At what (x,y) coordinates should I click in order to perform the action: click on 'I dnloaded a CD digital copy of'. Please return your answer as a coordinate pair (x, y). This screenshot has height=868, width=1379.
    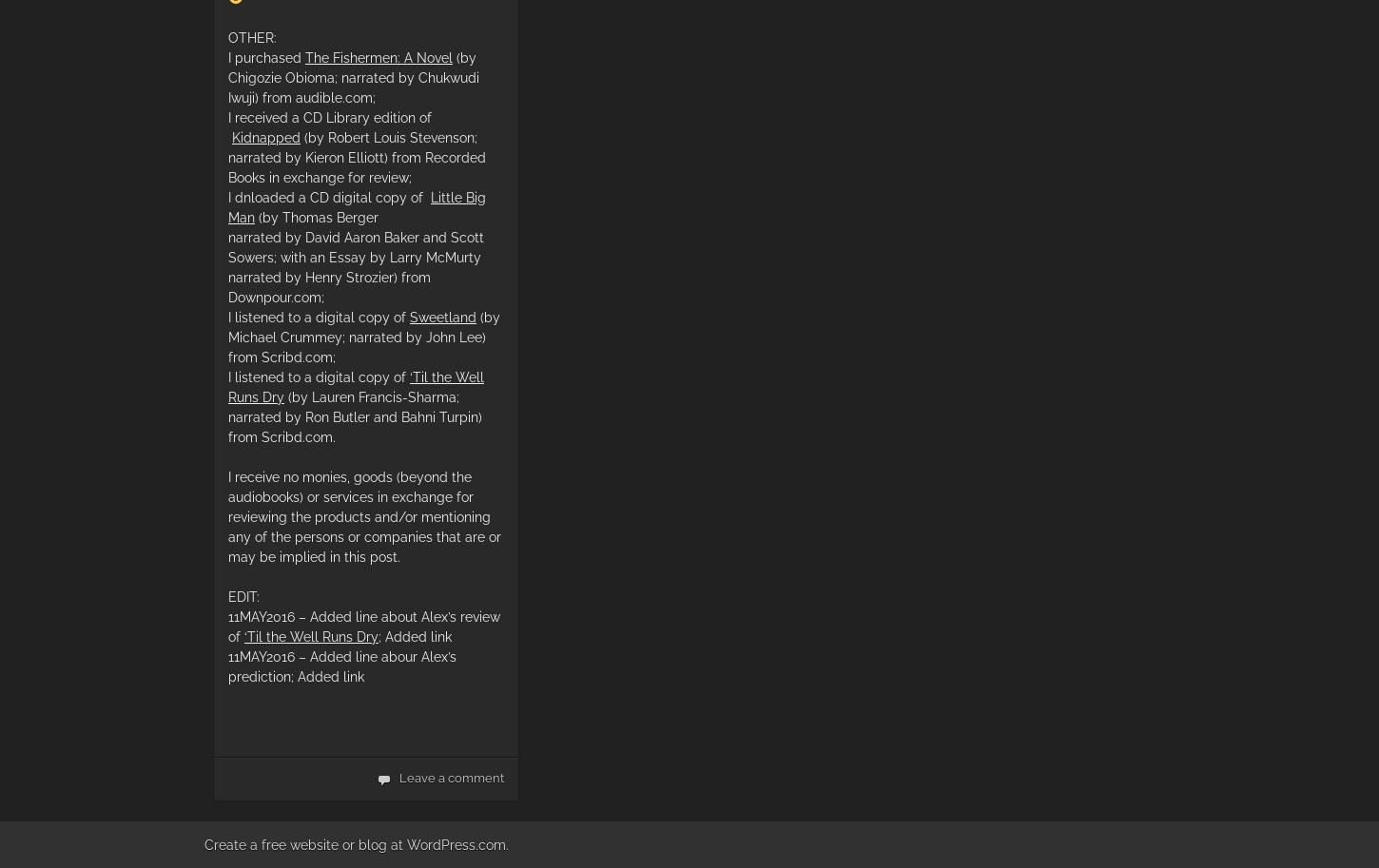
    Looking at the image, I should click on (329, 197).